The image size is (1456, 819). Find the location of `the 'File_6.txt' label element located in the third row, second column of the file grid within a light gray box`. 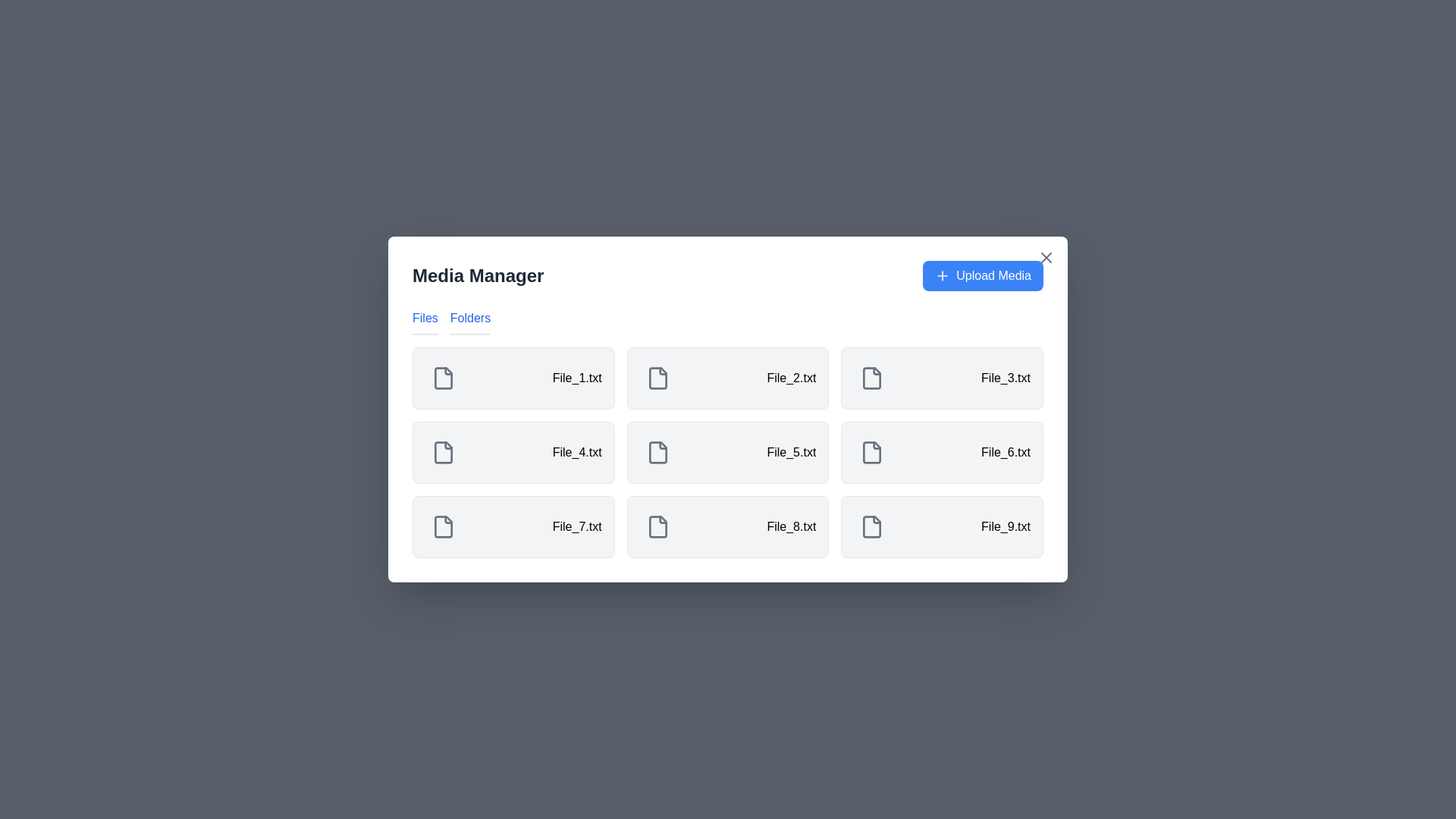

the 'File_6.txt' label element located in the third row, second column of the file grid within a light gray box is located at coordinates (1006, 452).